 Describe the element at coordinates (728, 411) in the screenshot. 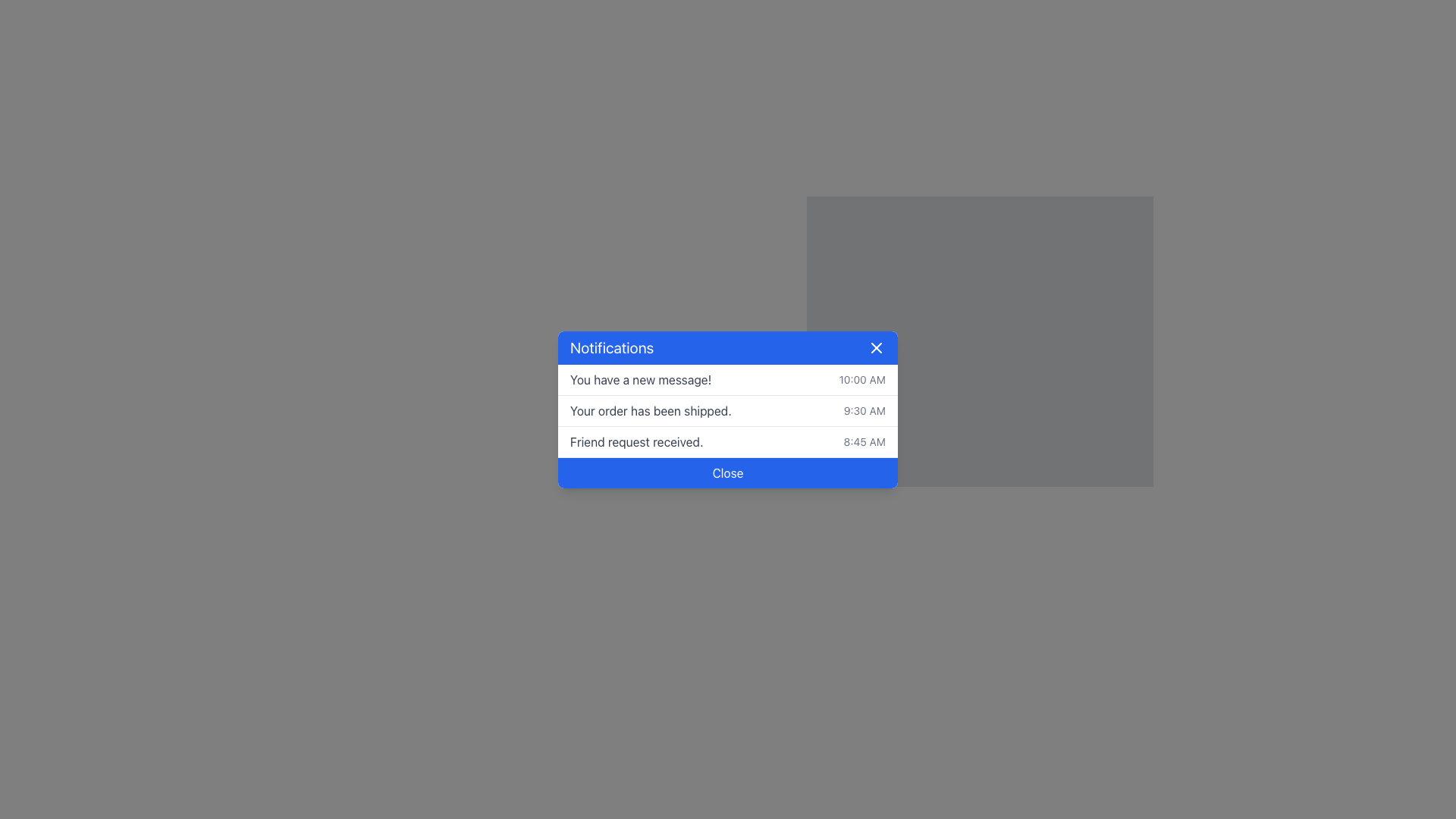

I see `the second notification in the 'Notifications' list` at that location.